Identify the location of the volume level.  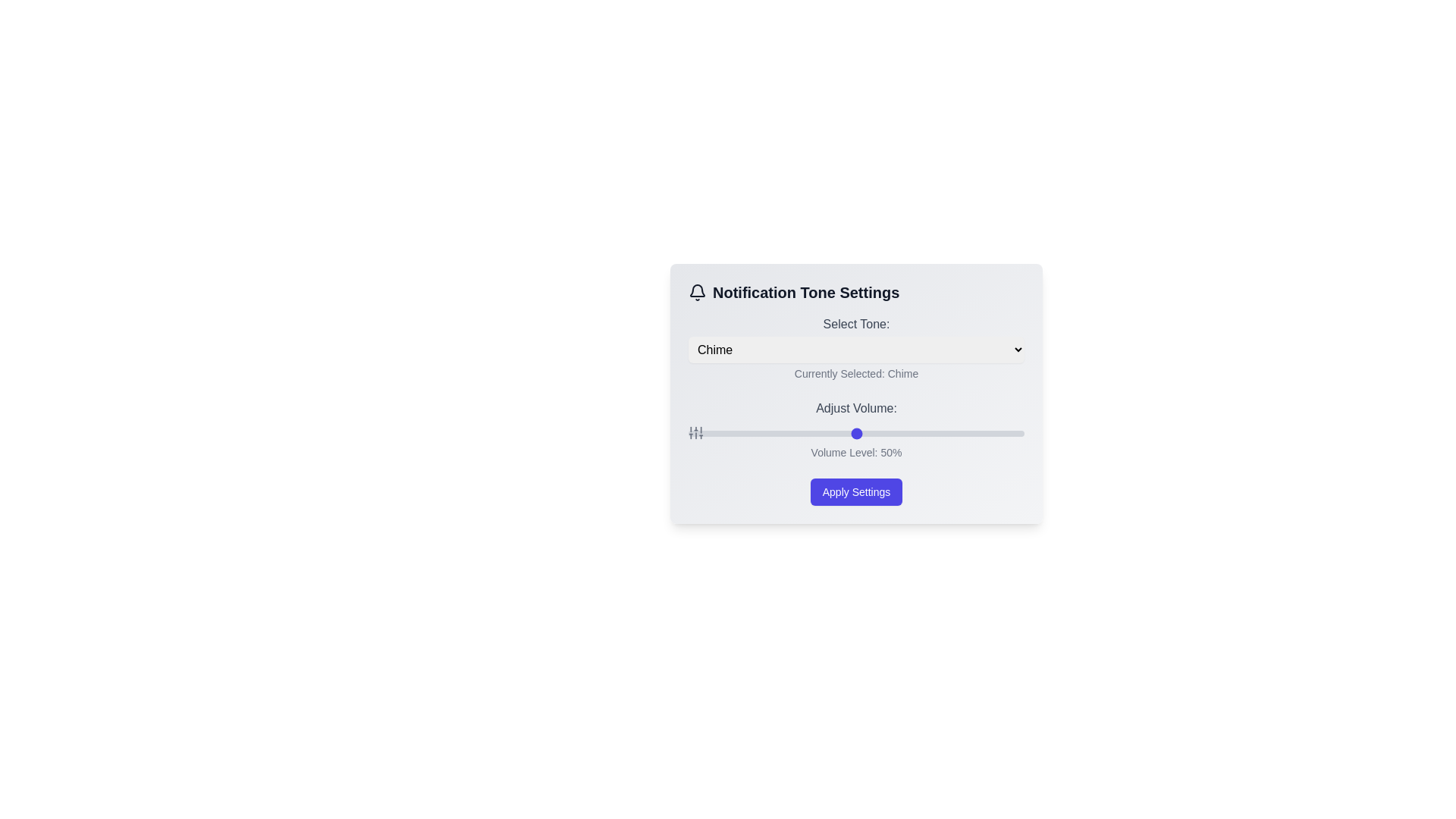
(729, 433).